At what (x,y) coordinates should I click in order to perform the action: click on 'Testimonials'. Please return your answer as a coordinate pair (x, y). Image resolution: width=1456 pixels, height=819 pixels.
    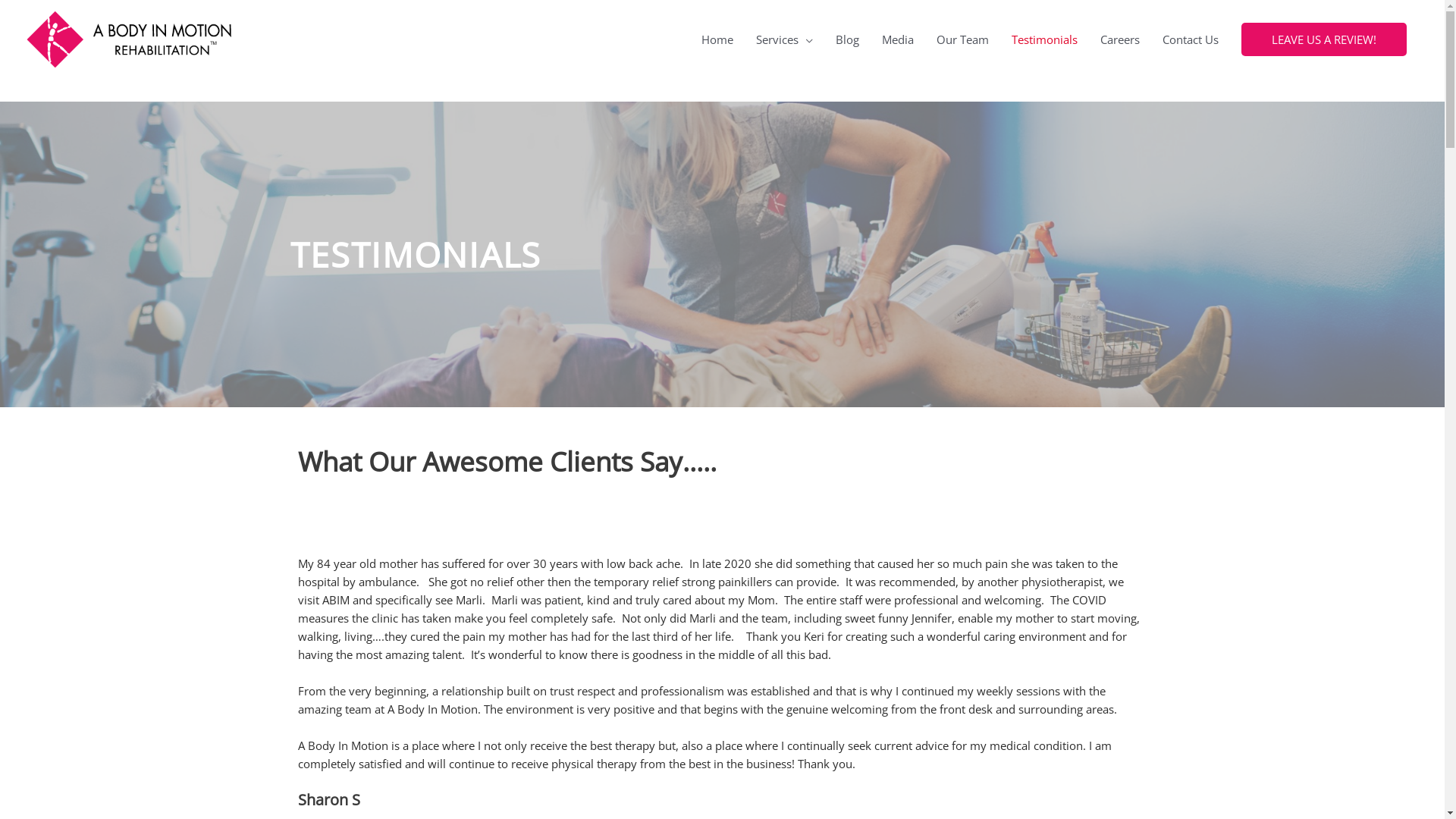
    Looking at the image, I should click on (1043, 38).